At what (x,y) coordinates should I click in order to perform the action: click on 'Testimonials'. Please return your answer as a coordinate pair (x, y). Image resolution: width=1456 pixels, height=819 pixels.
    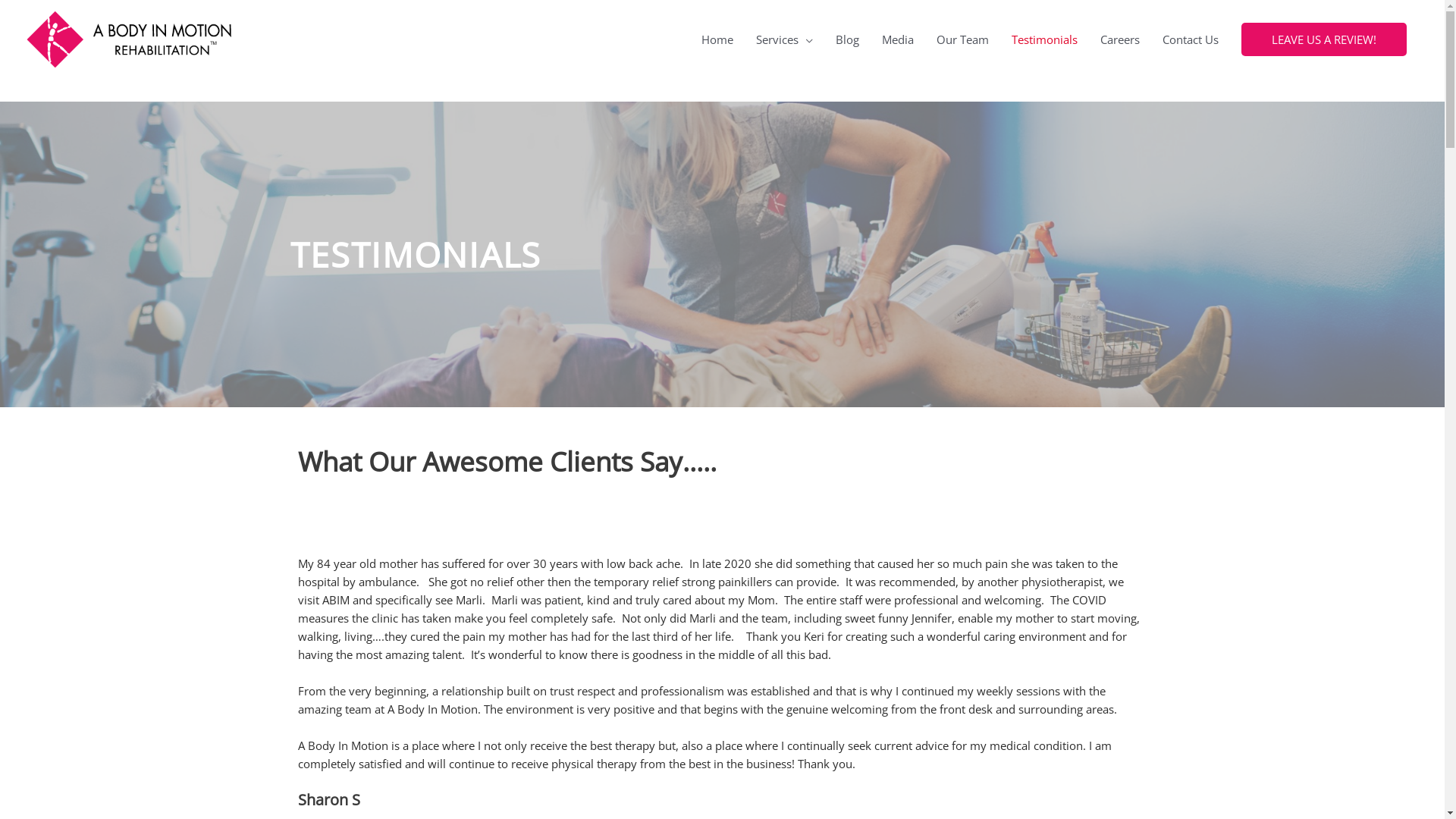
    Looking at the image, I should click on (1043, 38).